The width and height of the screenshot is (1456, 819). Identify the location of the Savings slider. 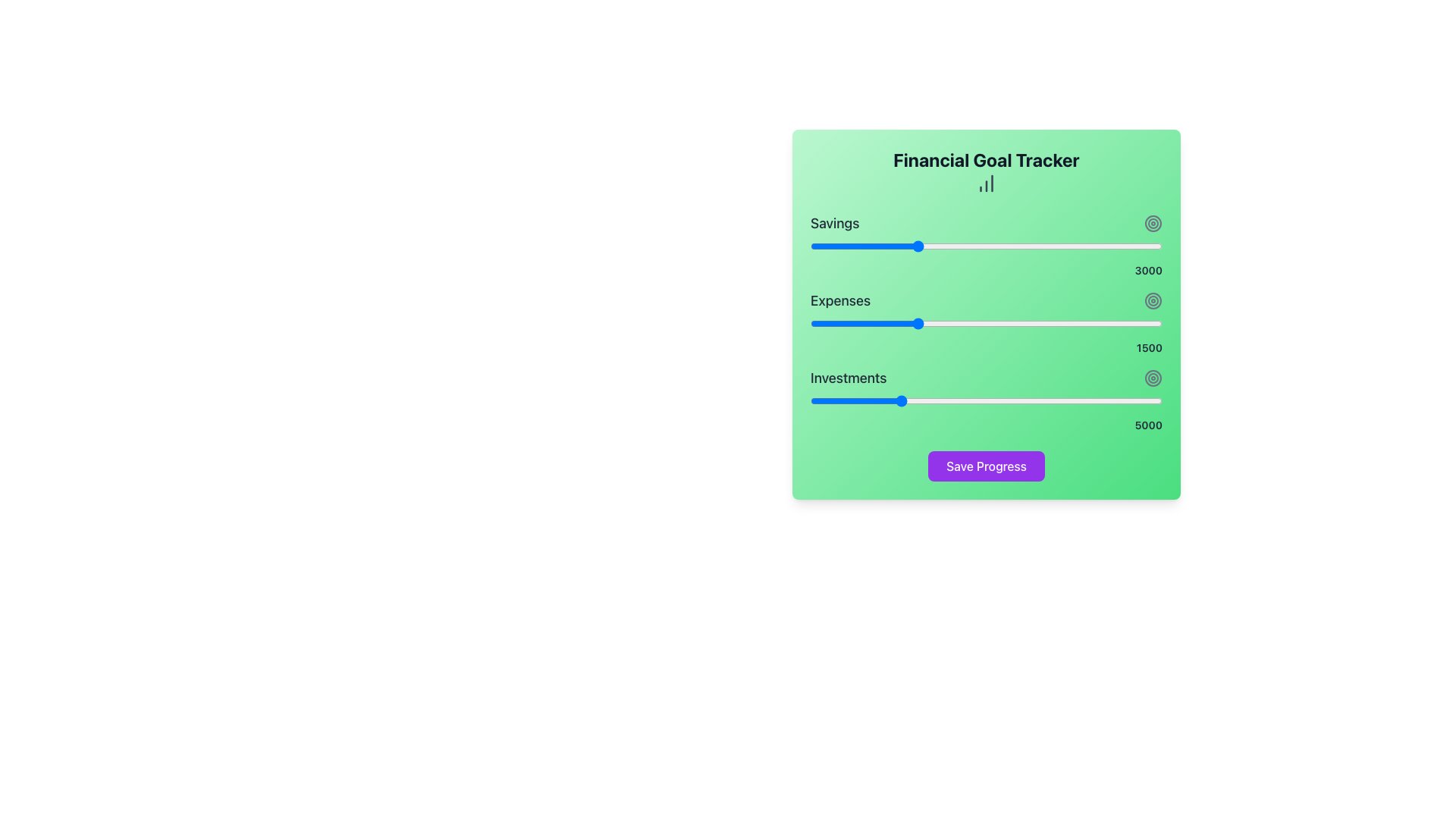
(1147, 245).